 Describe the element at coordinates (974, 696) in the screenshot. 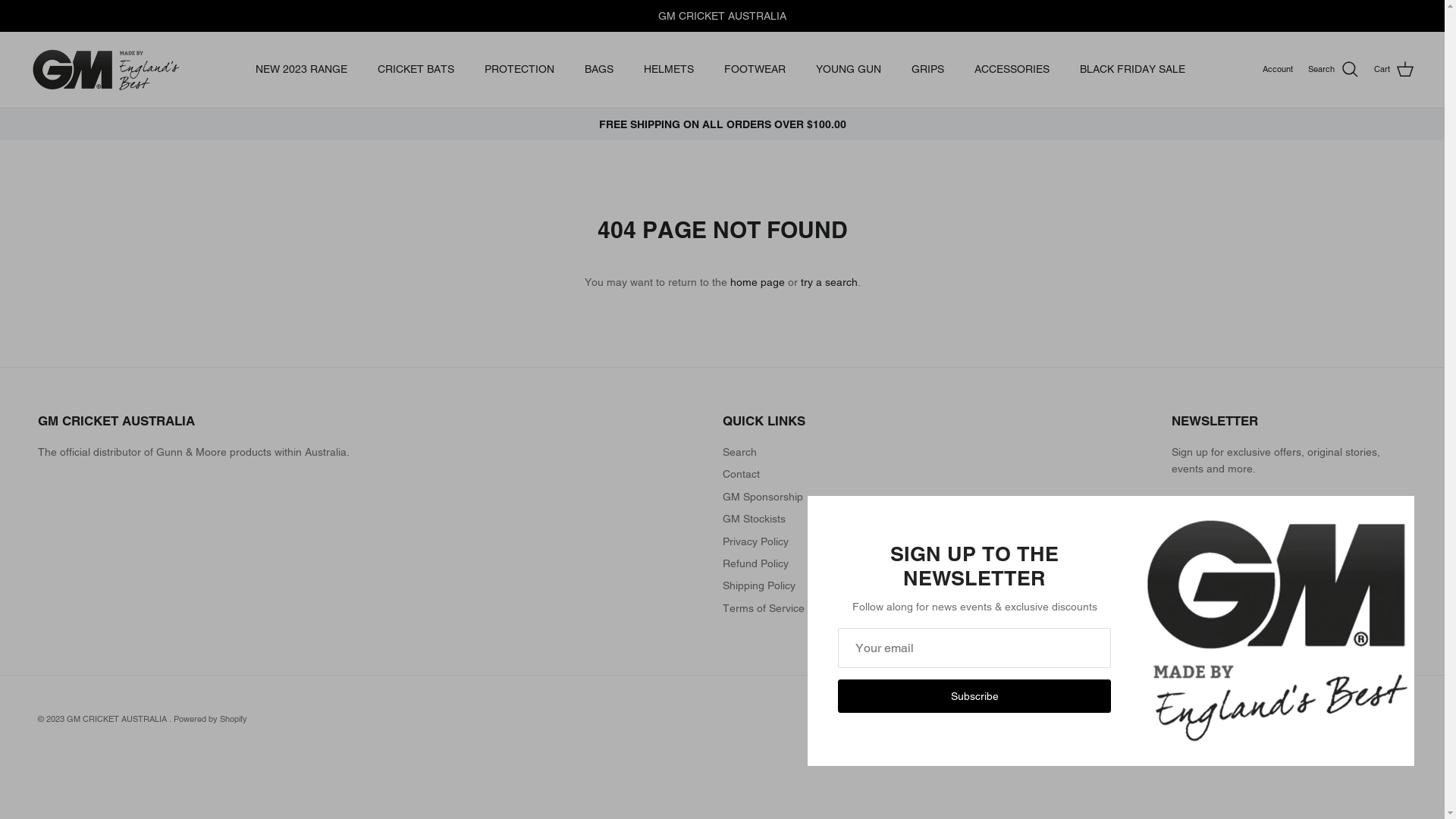

I see `'Subscribe'` at that location.